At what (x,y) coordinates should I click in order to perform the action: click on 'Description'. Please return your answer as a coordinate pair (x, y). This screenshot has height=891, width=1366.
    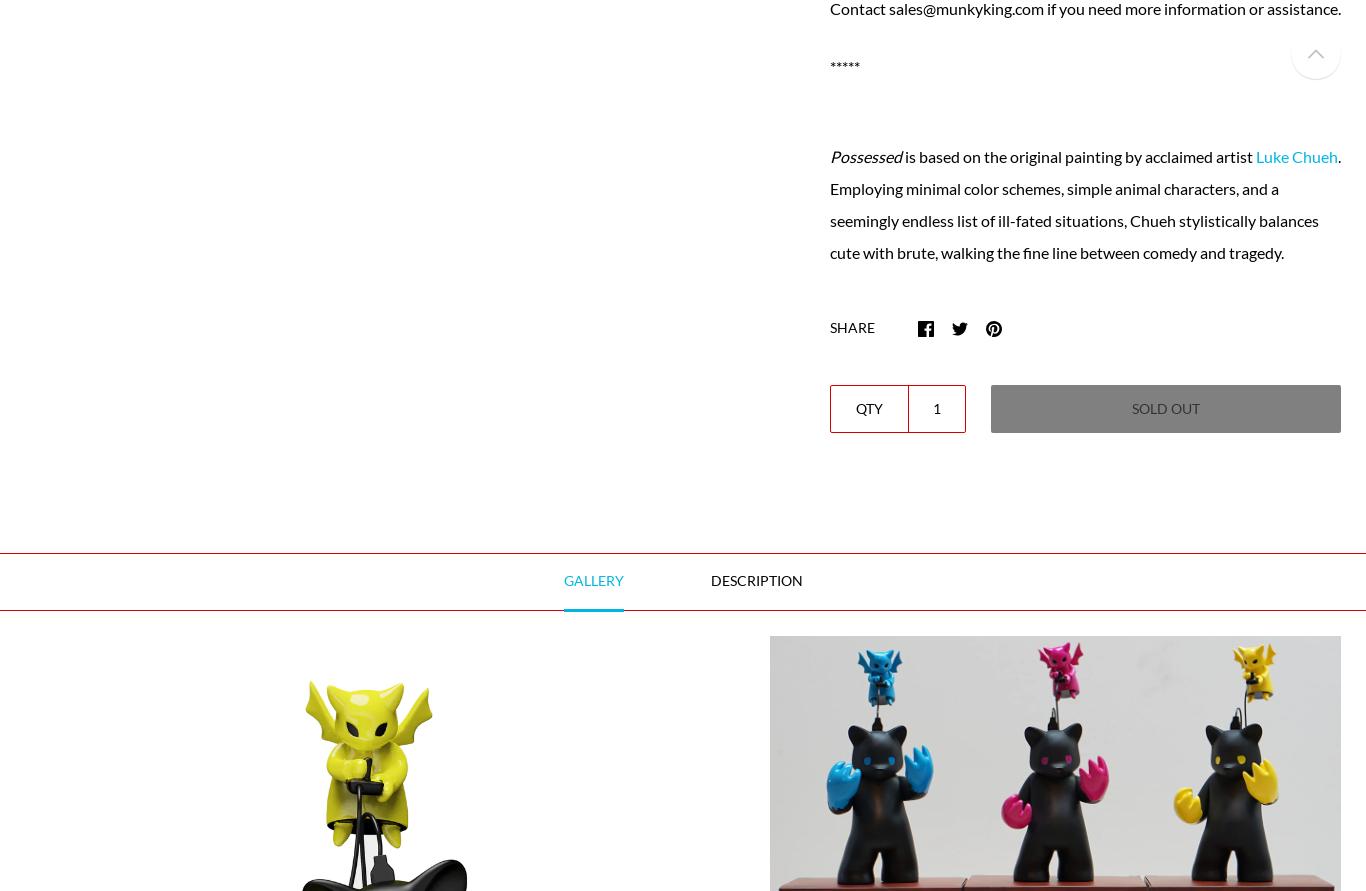
    Looking at the image, I should click on (755, 579).